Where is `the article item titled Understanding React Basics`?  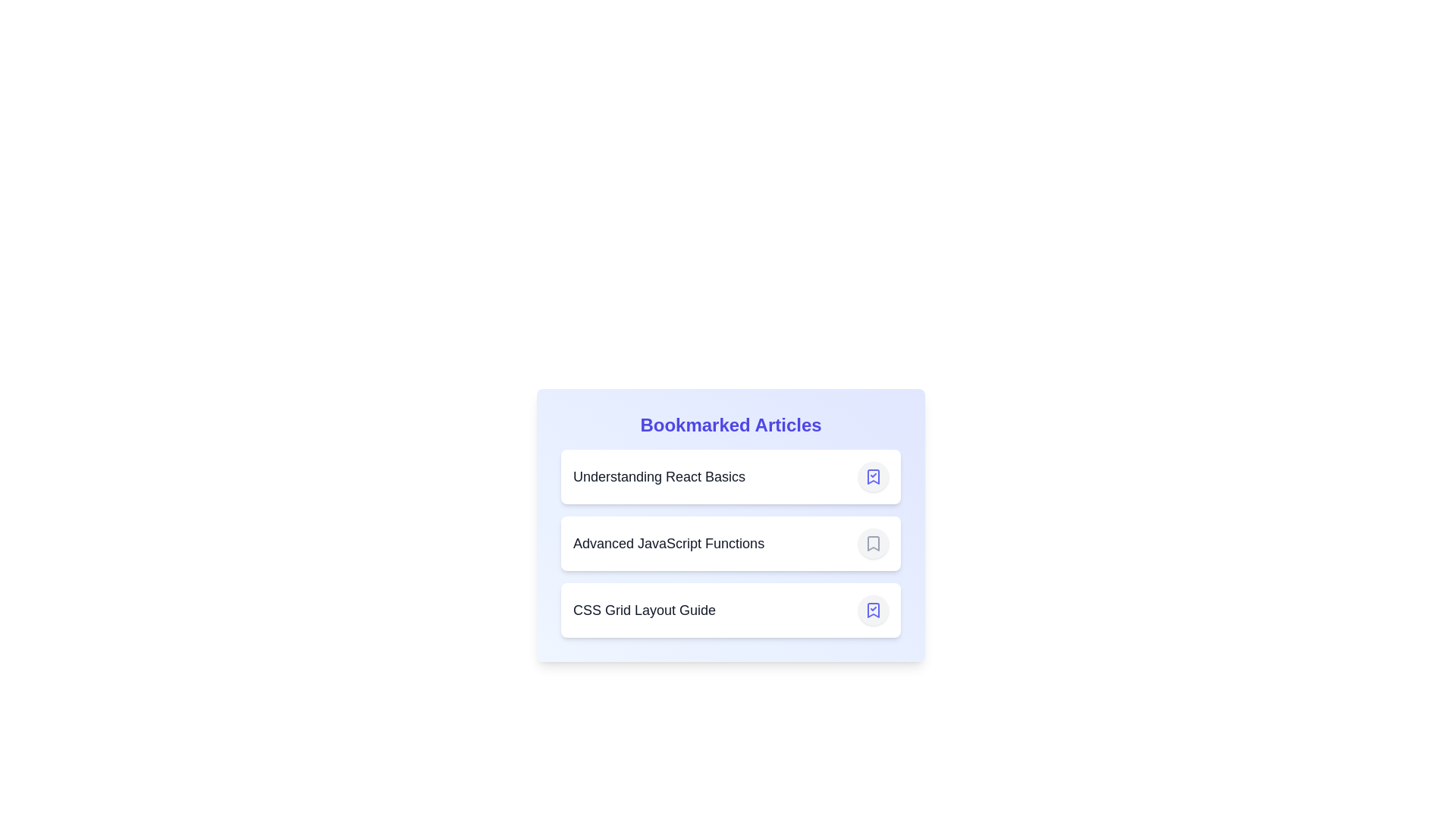
the article item titled Understanding React Basics is located at coordinates (731, 475).